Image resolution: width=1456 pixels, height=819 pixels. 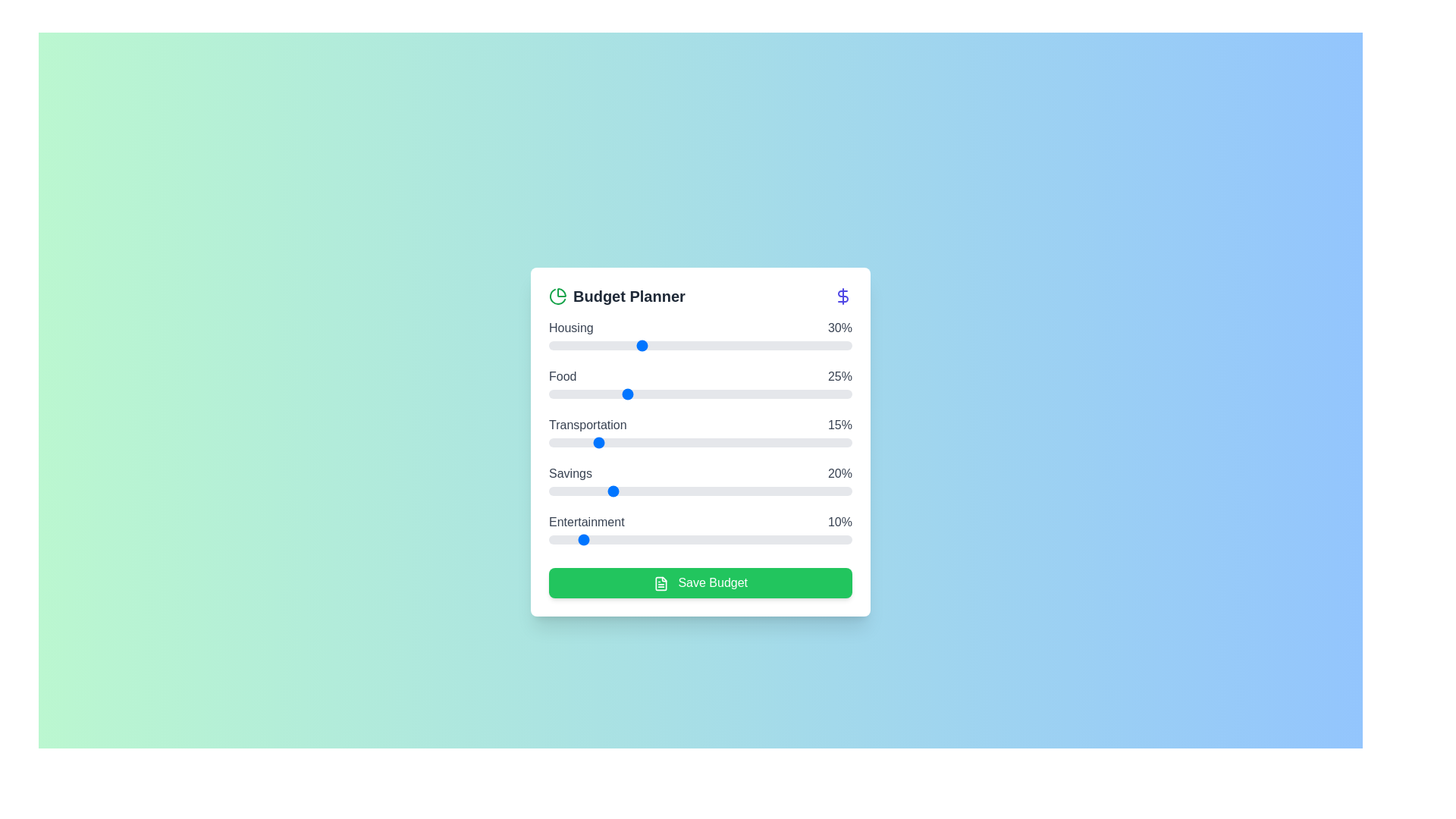 What do you see at coordinates (637, 539) in the screenshot?
I see `the slider for 'Entertainment' to set its percentage to 29` at bounding box center [637, 539].